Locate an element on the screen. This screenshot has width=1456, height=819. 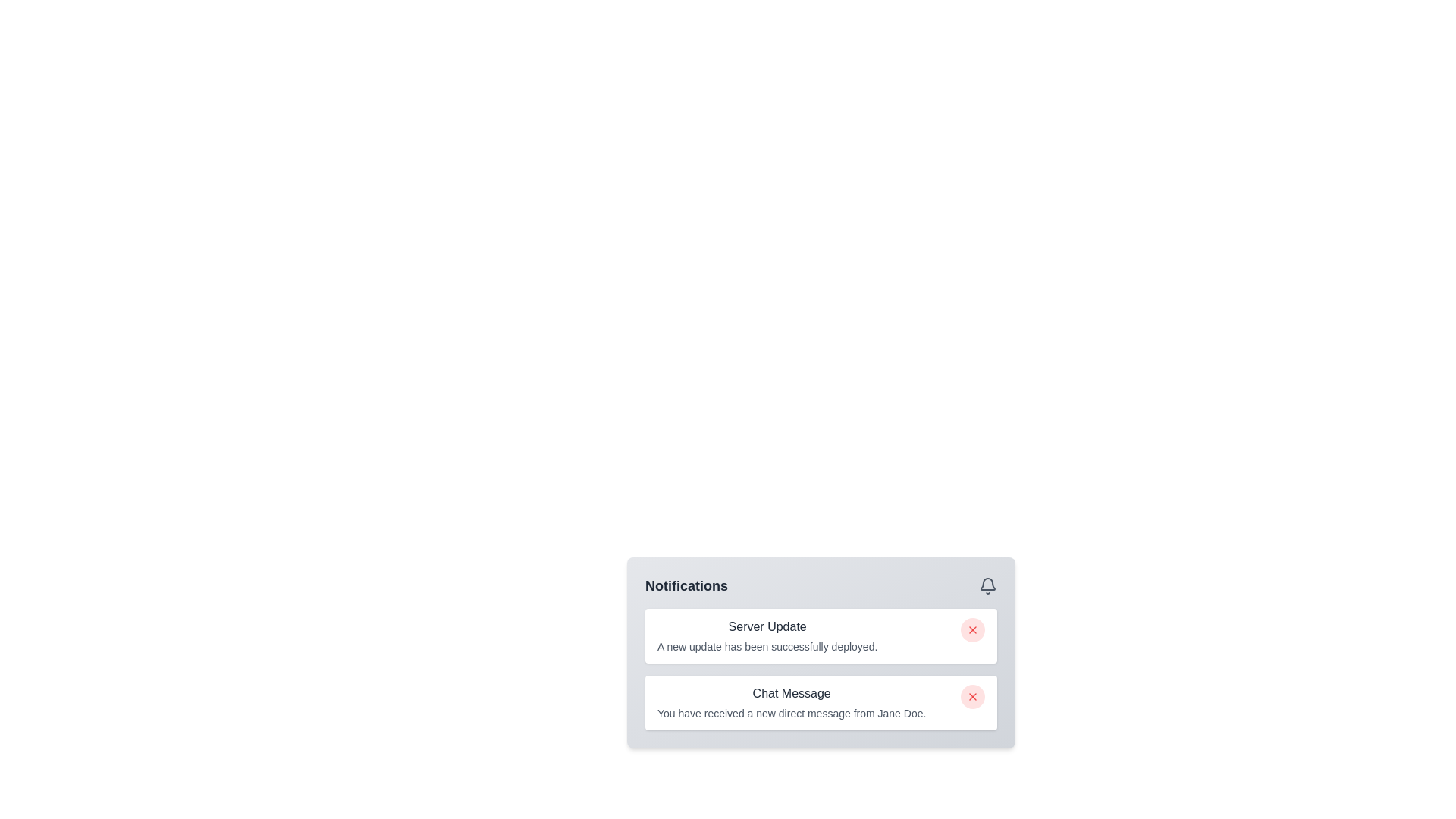
the red 'X' icon button located in the top-right corner of the 'Server Update' notification box is located at coordinates (972, 629).